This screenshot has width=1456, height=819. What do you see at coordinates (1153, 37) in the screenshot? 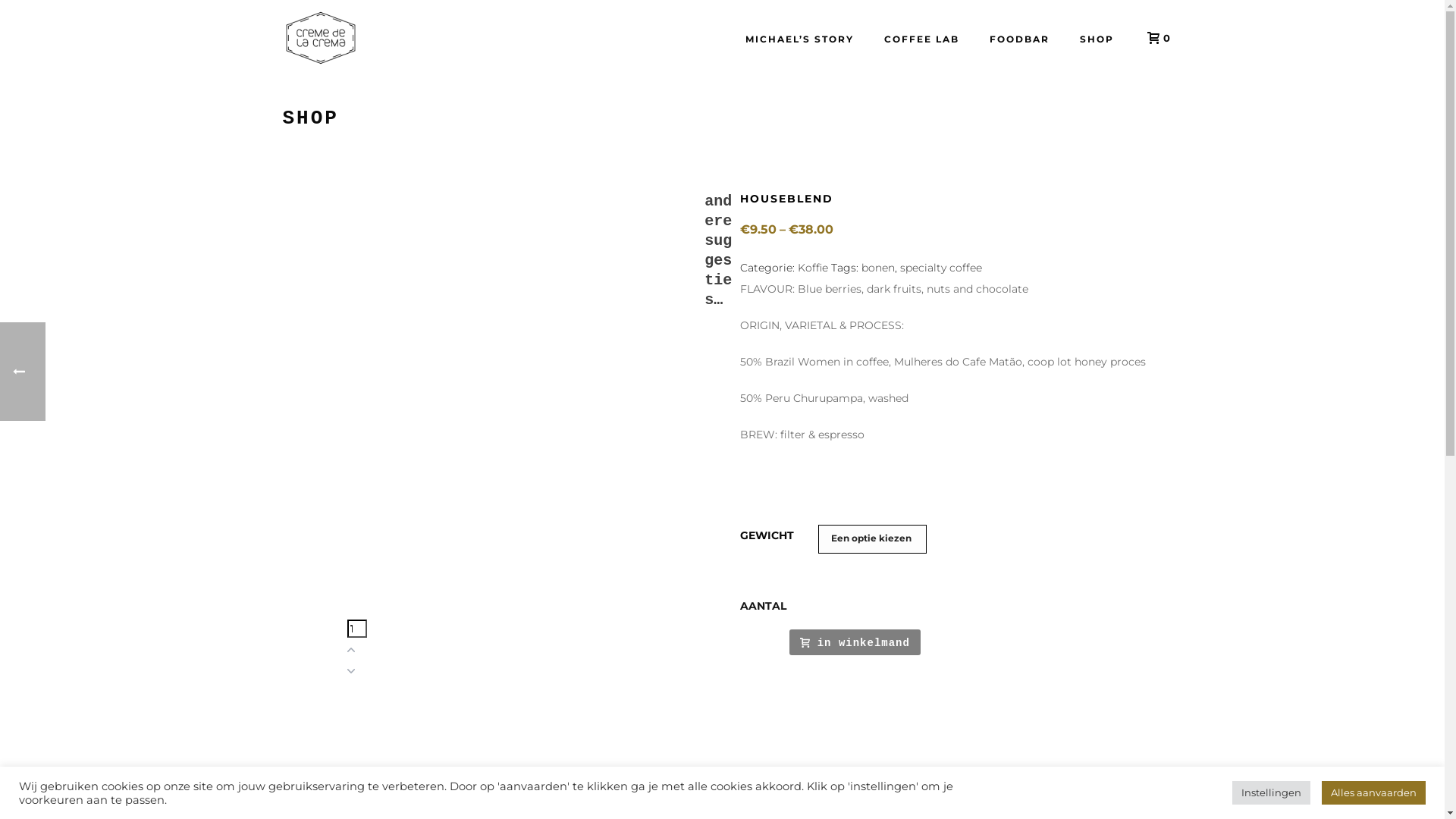
I see `'0'` at bounding box center [1153, 37].